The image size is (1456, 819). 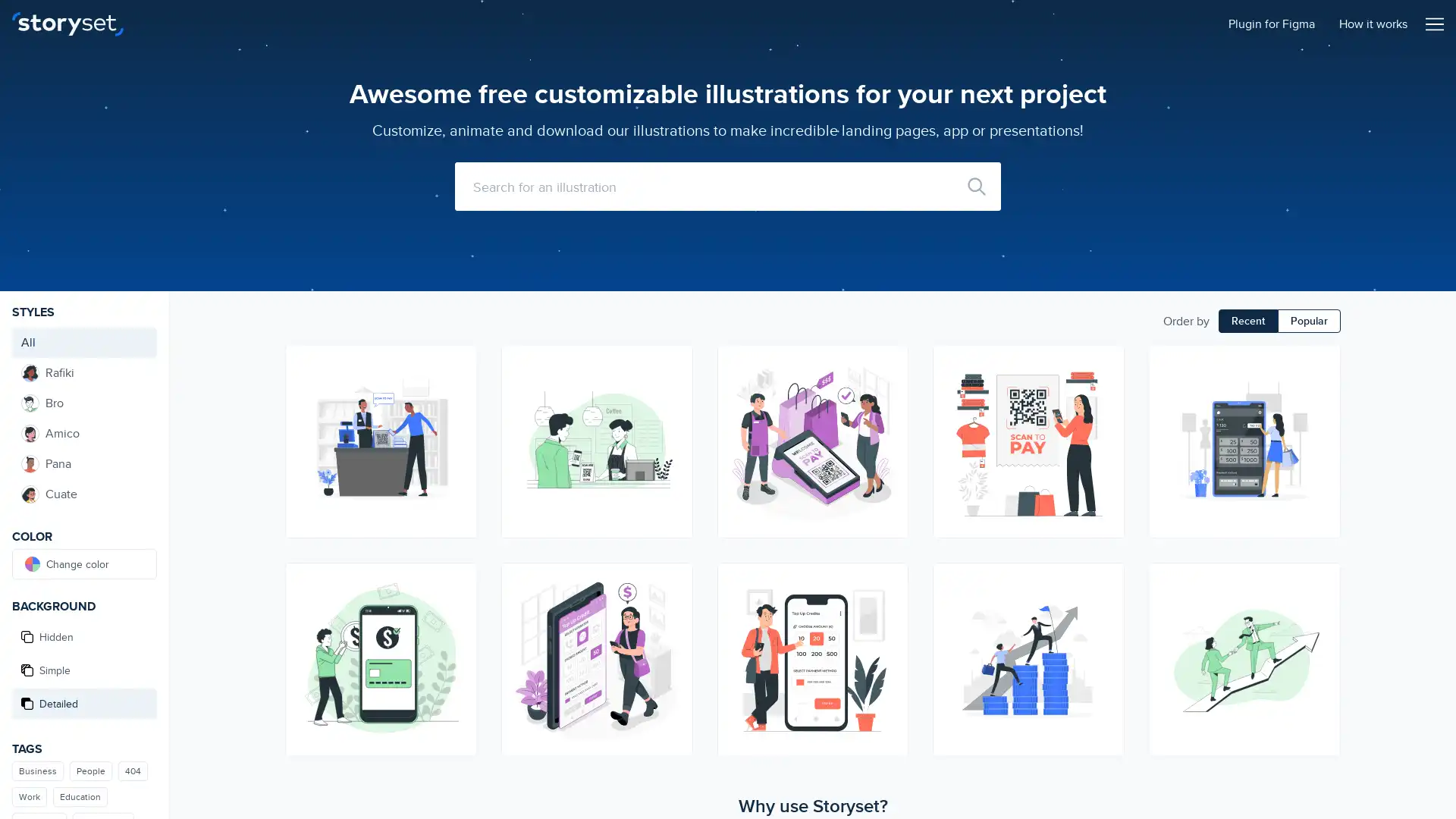 I want to click on wand icon Animate, so click(x=889, y=363).